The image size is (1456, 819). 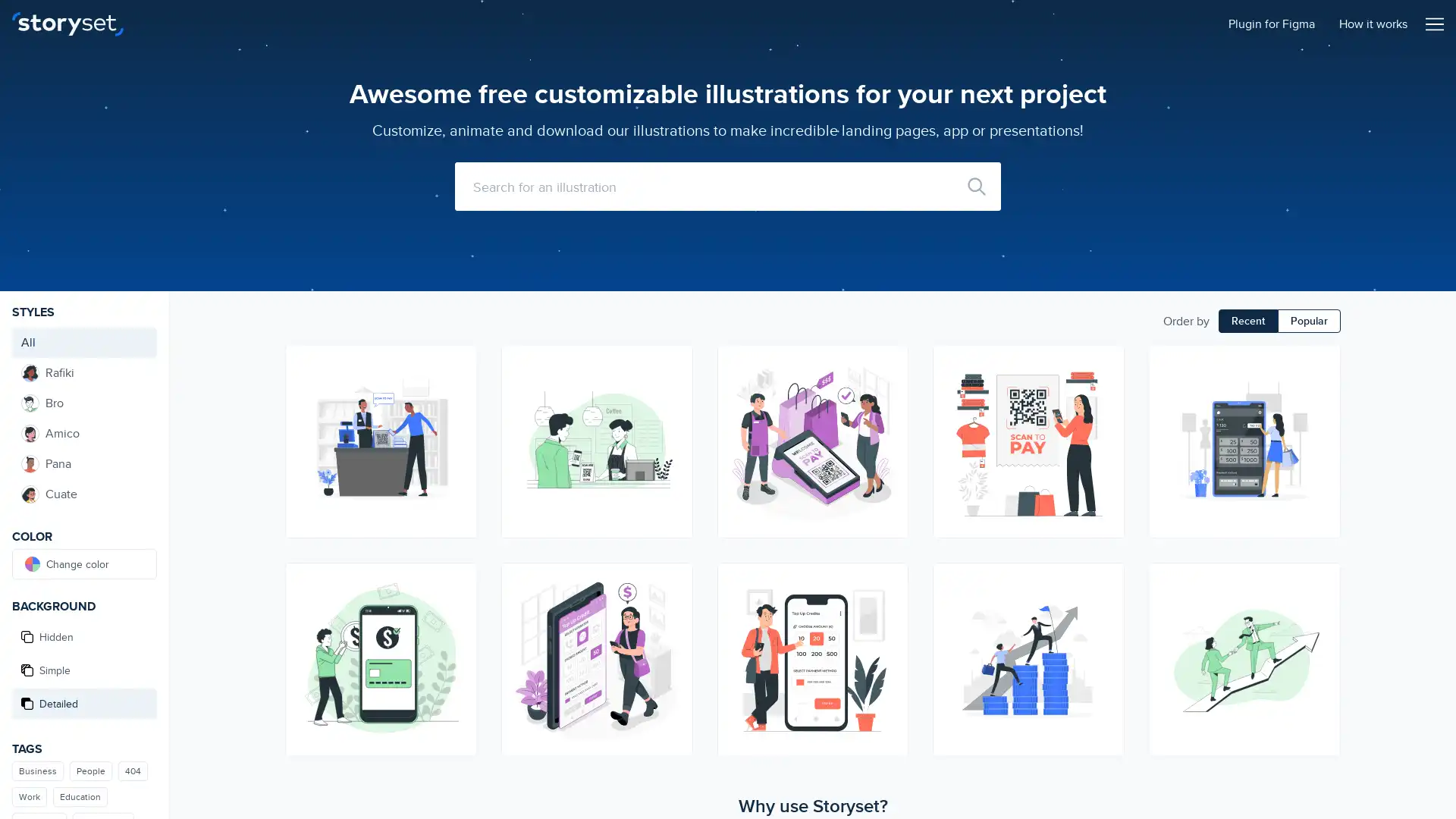 I want to click on wand icon Animate, so click(x=889, y=363).